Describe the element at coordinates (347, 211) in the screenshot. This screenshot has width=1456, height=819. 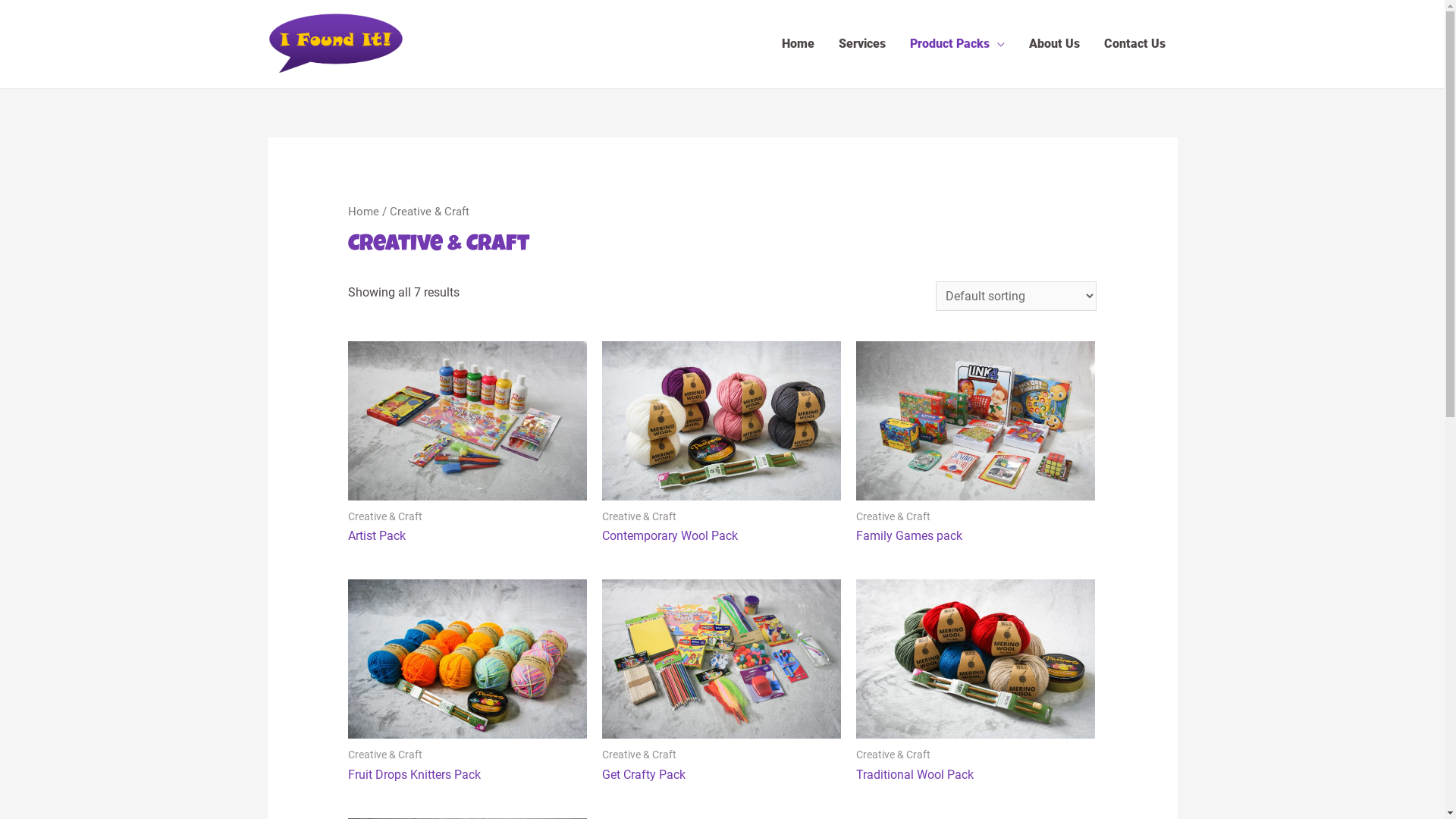
I see `'Home'` at that location.